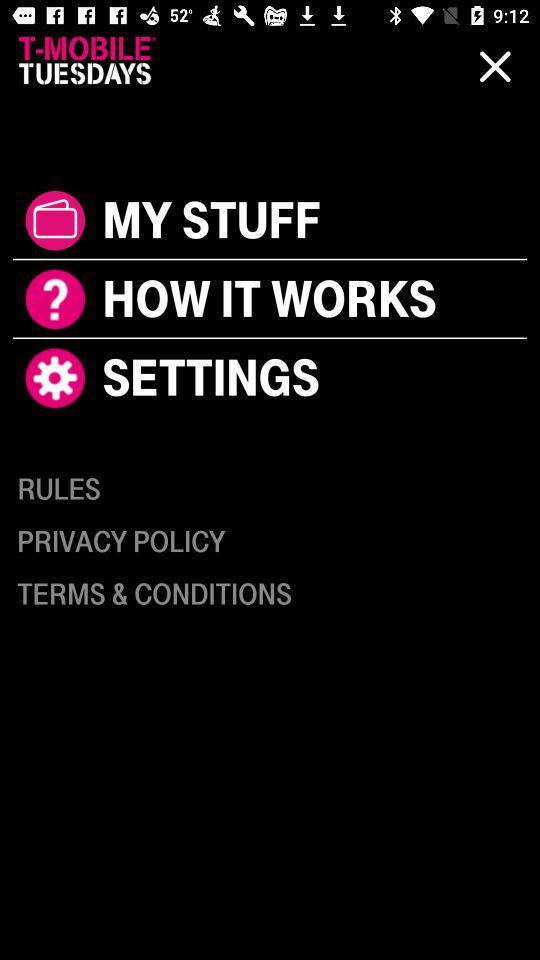 Image resolution: width=540 pixels, height=960 pixels. I want to click on close icon, so click(494, 79).